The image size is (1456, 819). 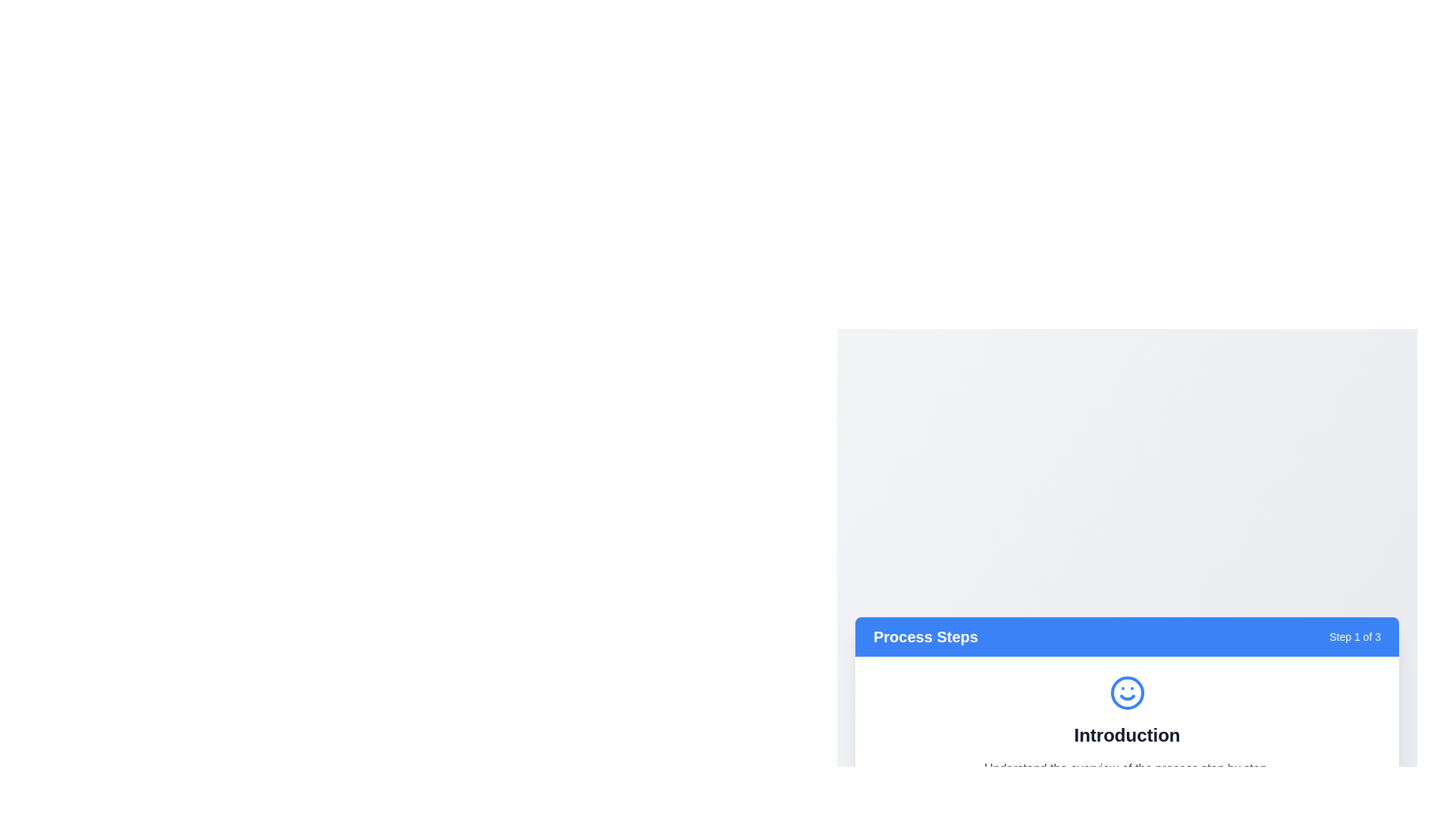 I want to click on text of the text label that serves as the title or header for the process section, positioned on the left side of the blue bar at the top of the card-like section, so click(x=924, y=636).